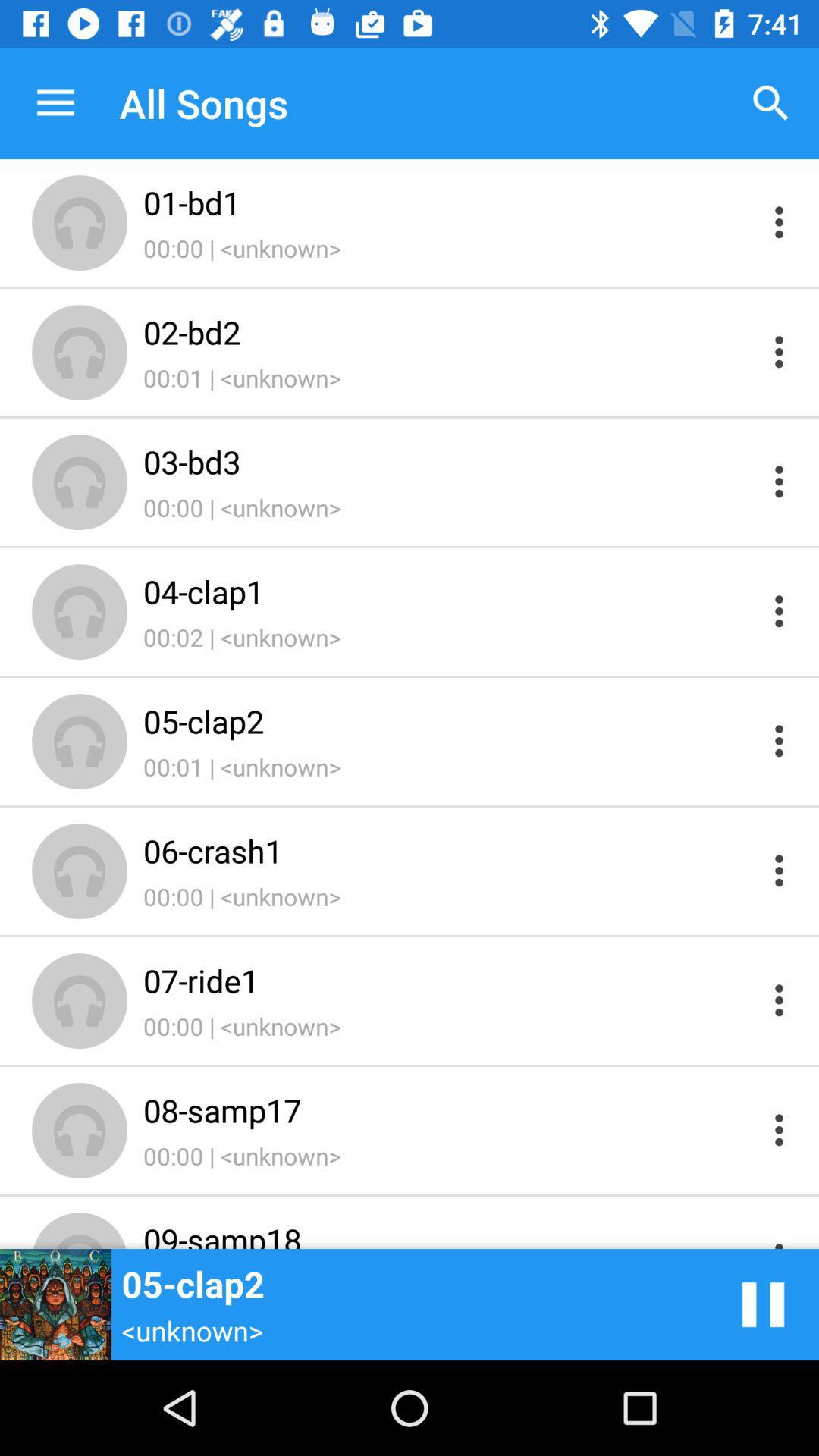 The image size is (819, 1456). I want to click on the icon to the right of the 06-crash1 item, so click(763, 1304).